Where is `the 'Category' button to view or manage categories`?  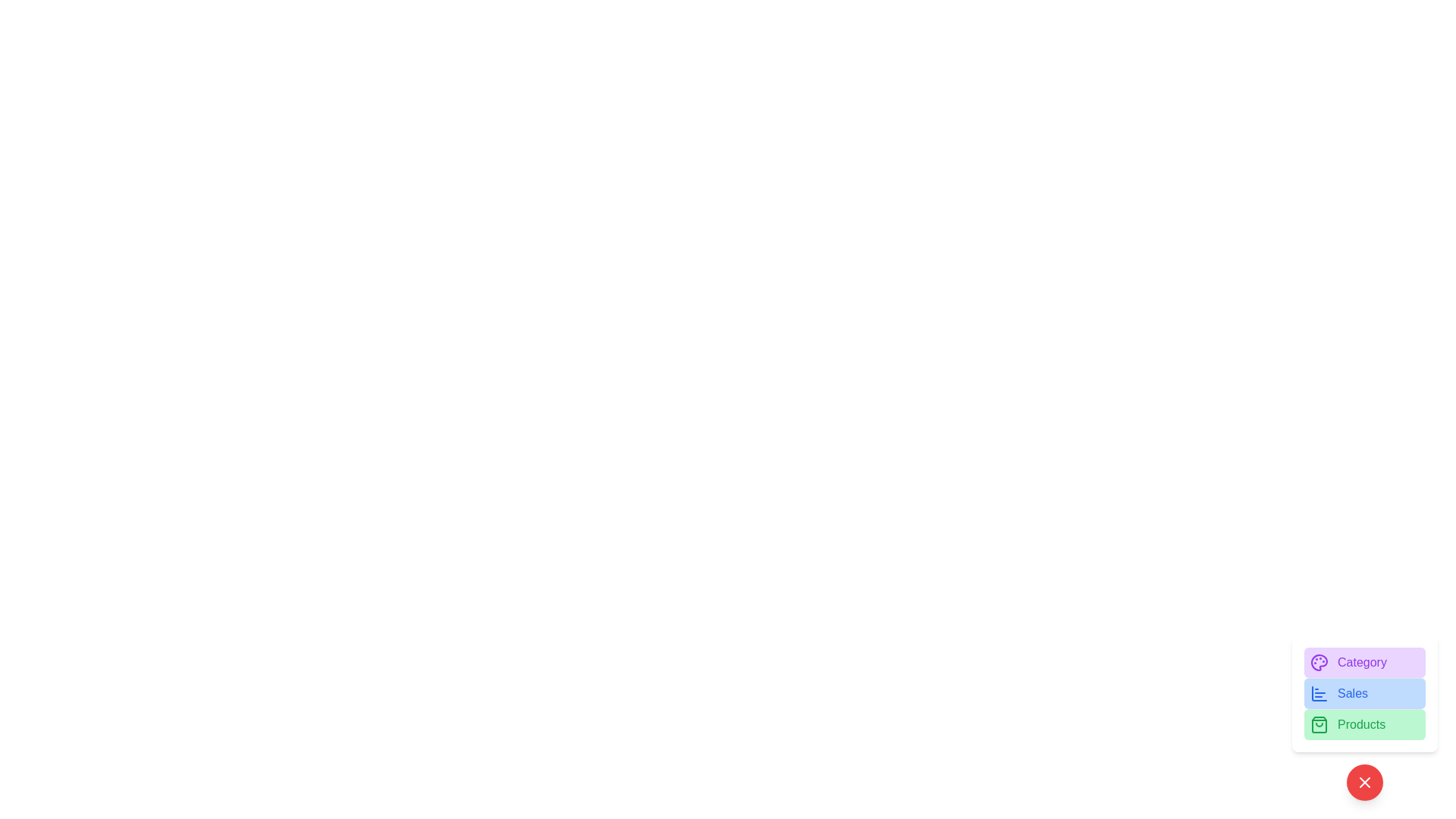
the 'Category' button to view or manage categories is located at coordinates (1365, 662).